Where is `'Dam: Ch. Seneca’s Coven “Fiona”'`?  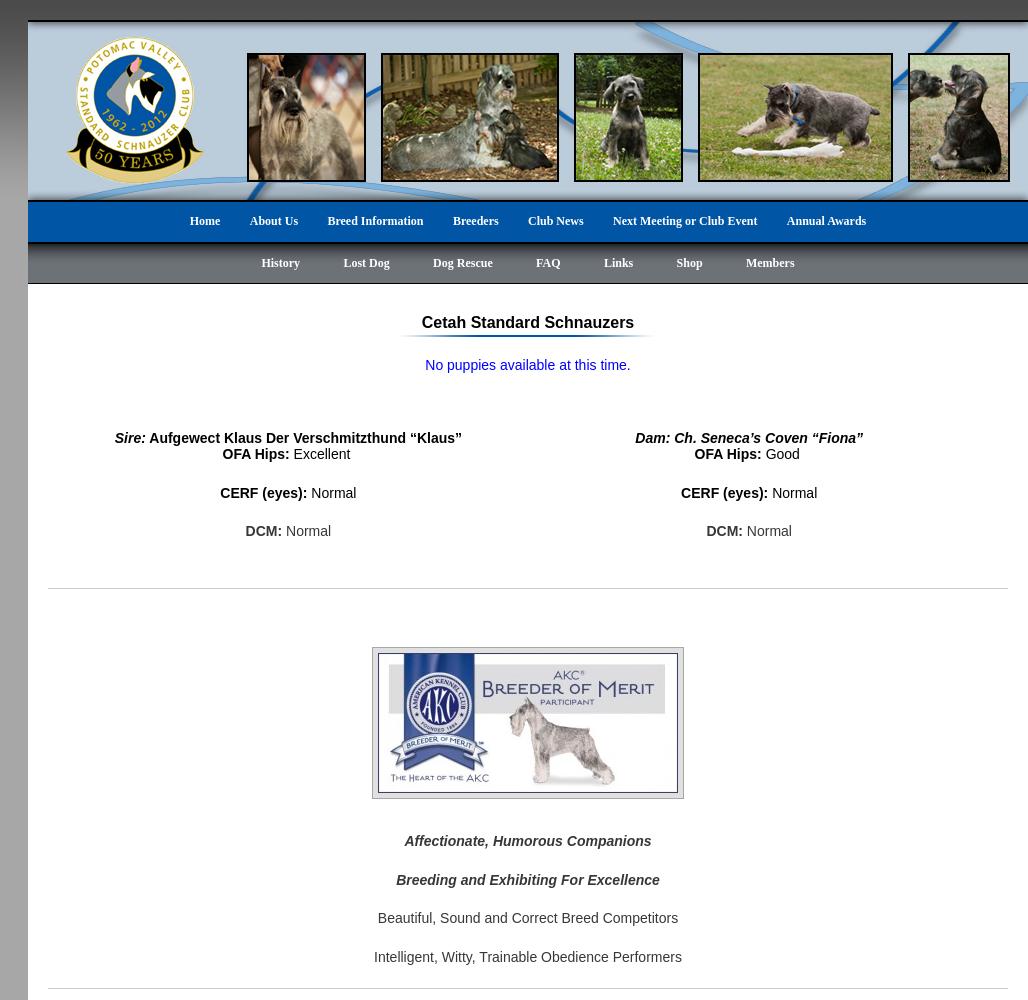
'Dam: Ch. Seneca’s Coven “Fiona”' is located at coordinates (748, 437).